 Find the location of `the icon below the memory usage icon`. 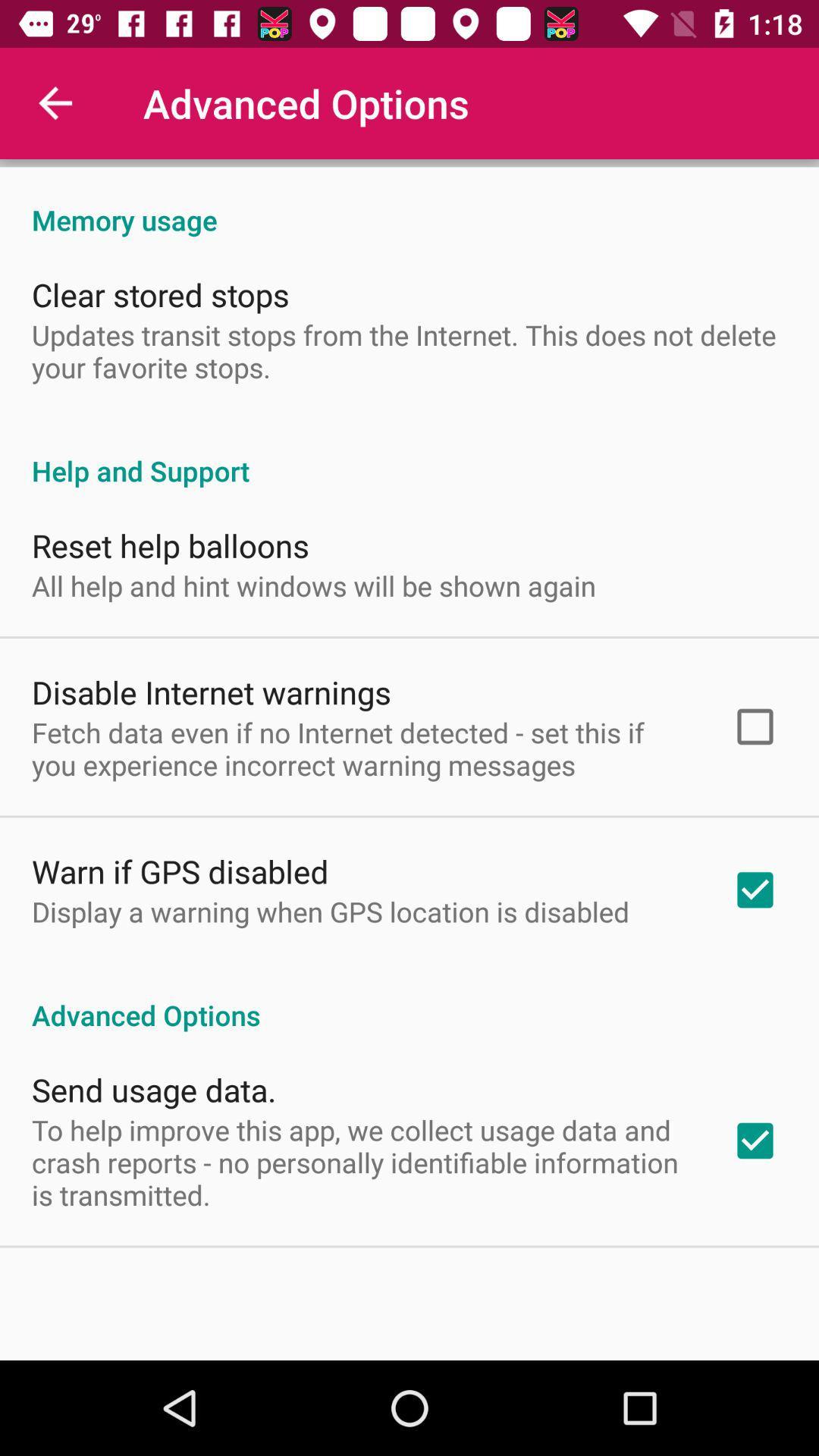

the icon below the memory usage icon is located at coordinates (160, 294).